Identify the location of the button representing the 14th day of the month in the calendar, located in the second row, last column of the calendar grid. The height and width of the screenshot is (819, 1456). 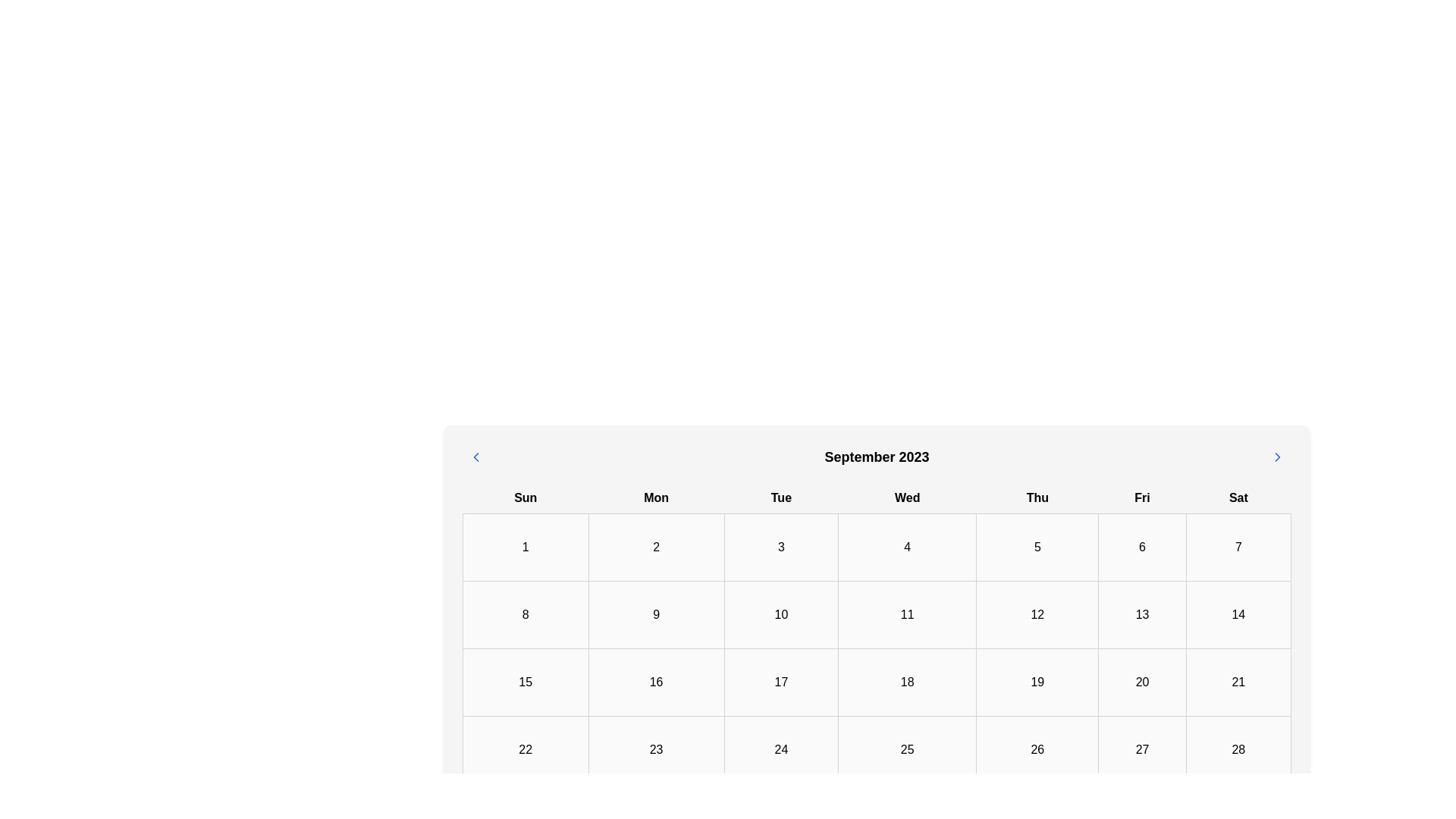
(1238, 614).